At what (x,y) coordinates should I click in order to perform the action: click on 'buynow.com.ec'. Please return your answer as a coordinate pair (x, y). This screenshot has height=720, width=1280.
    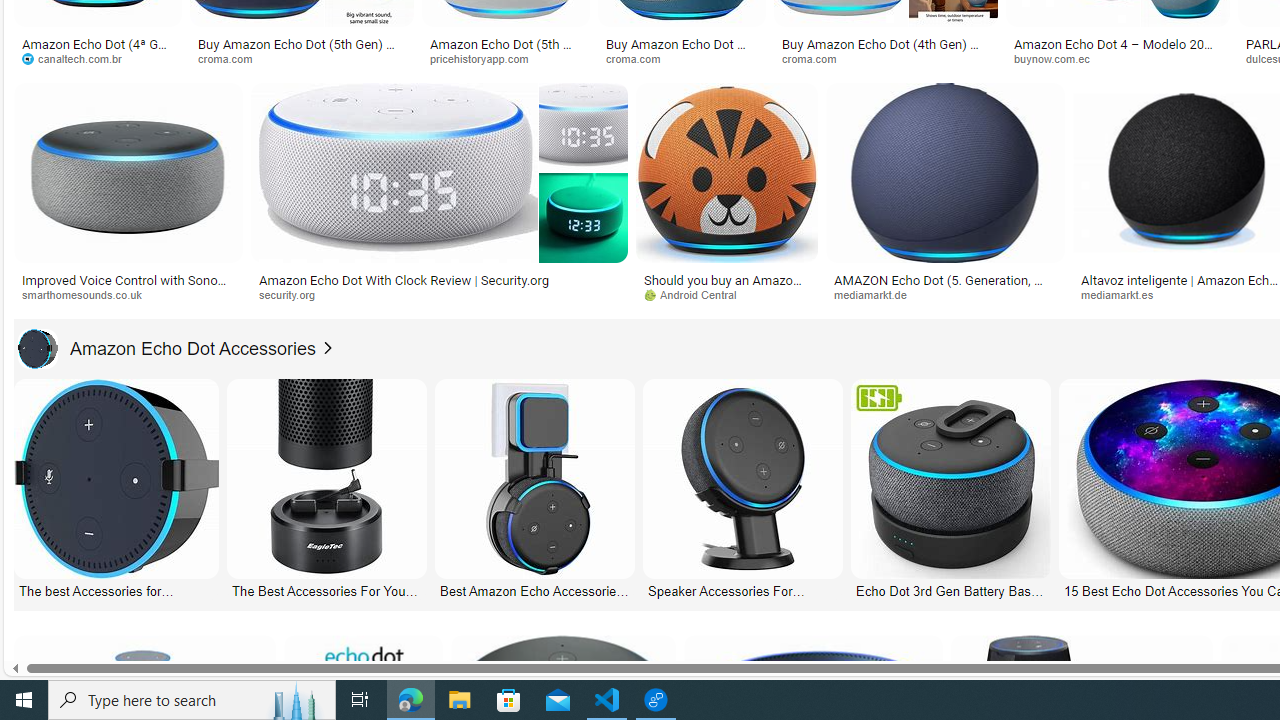
    Looking at the image, I should click on (1057, 57).